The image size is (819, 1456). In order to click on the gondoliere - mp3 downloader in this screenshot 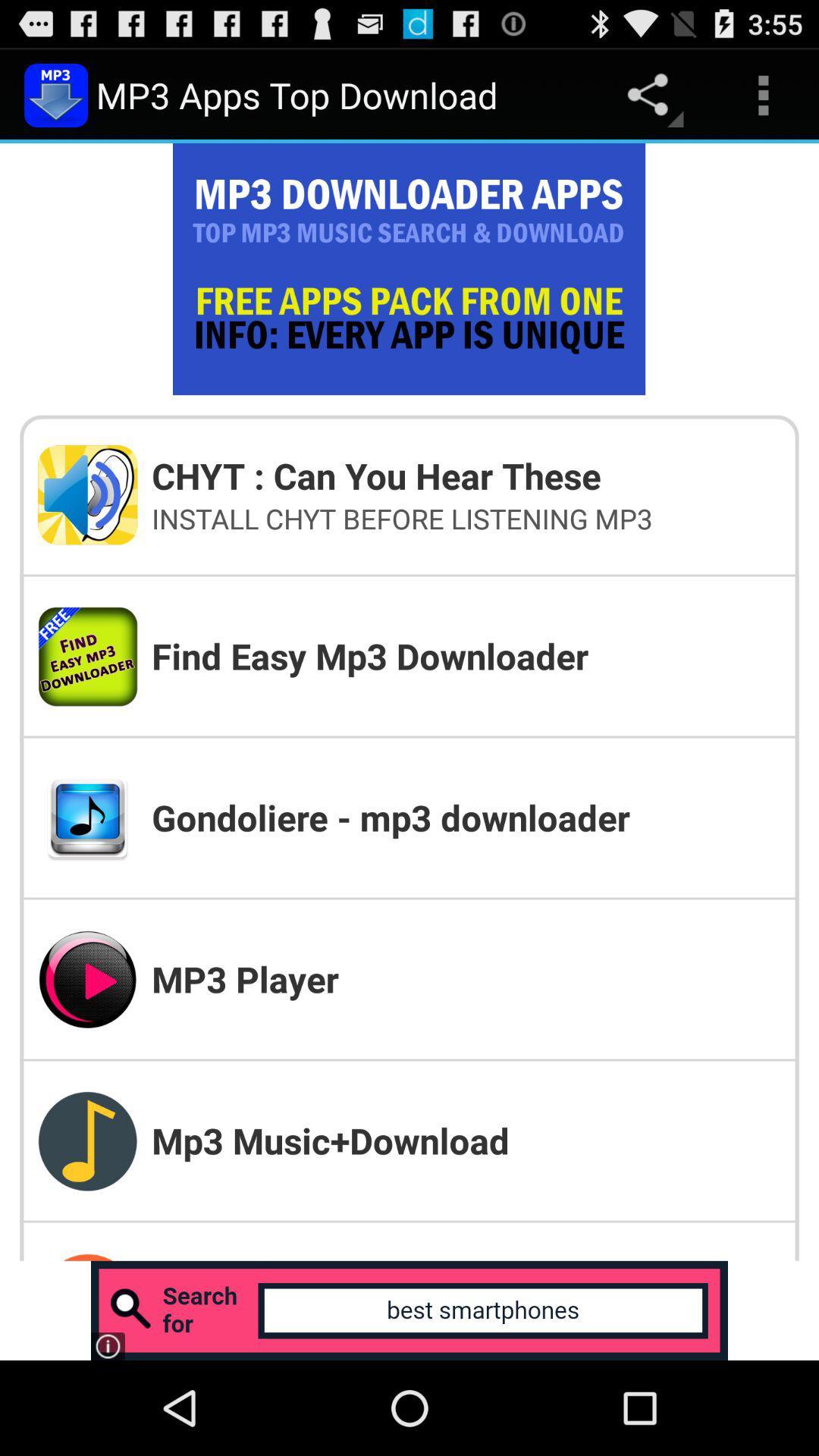, I will do `click(465, 817)`.